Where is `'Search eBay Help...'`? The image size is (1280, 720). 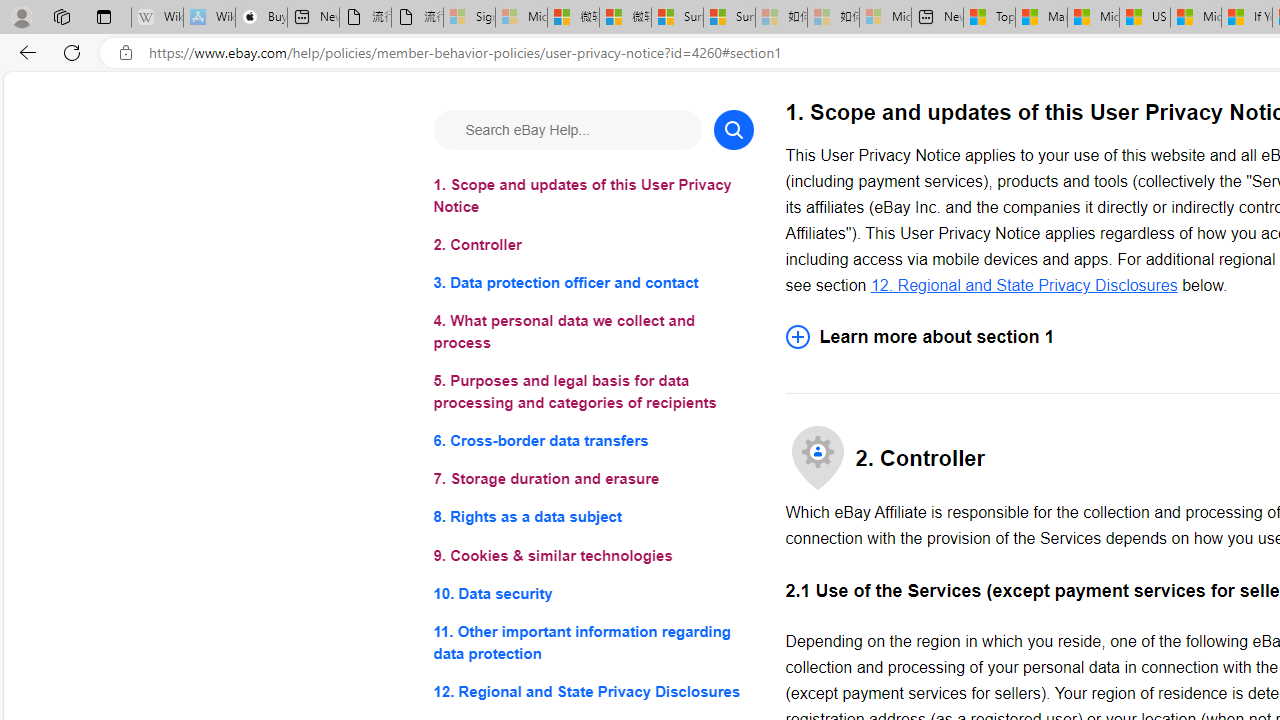
'Search eBay Help...' is located at coordinates (566, 129).